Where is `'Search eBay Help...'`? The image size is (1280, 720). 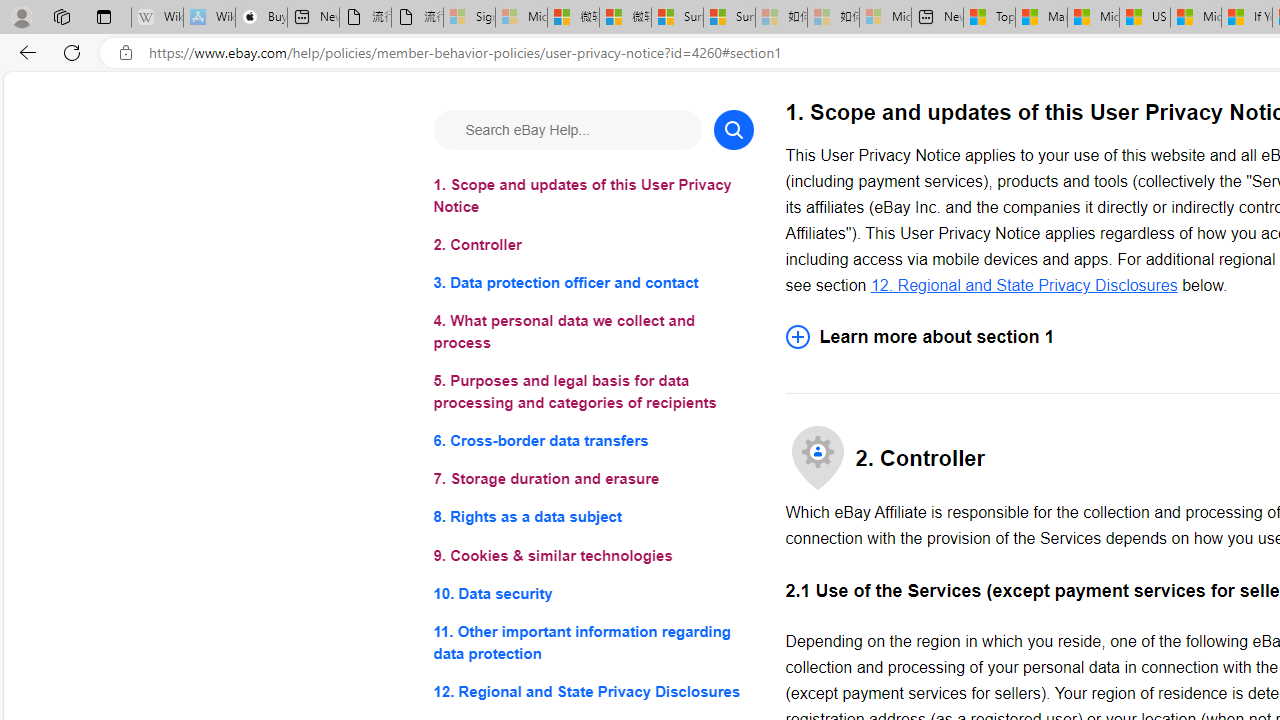
'Search eBay Help...' is located at coordinates (566, 129).